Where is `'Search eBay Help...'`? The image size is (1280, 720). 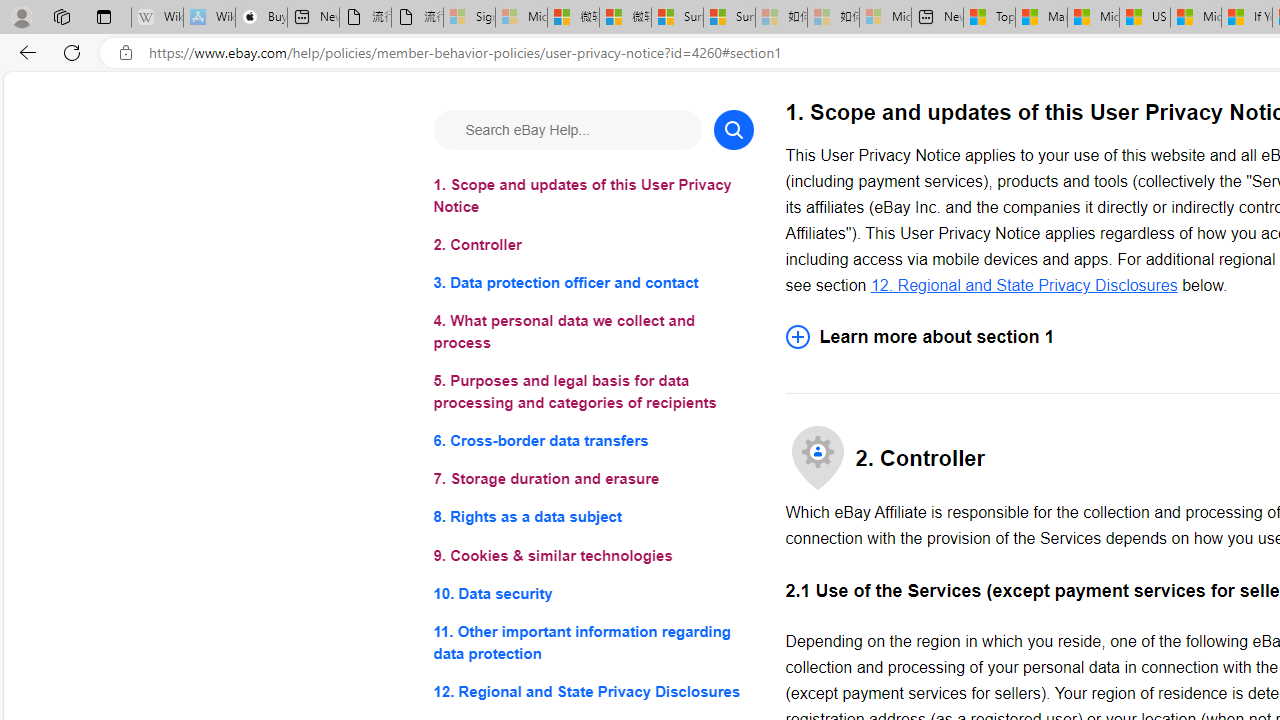
'Search eBay Help...' is located at coordinates (566, 129).